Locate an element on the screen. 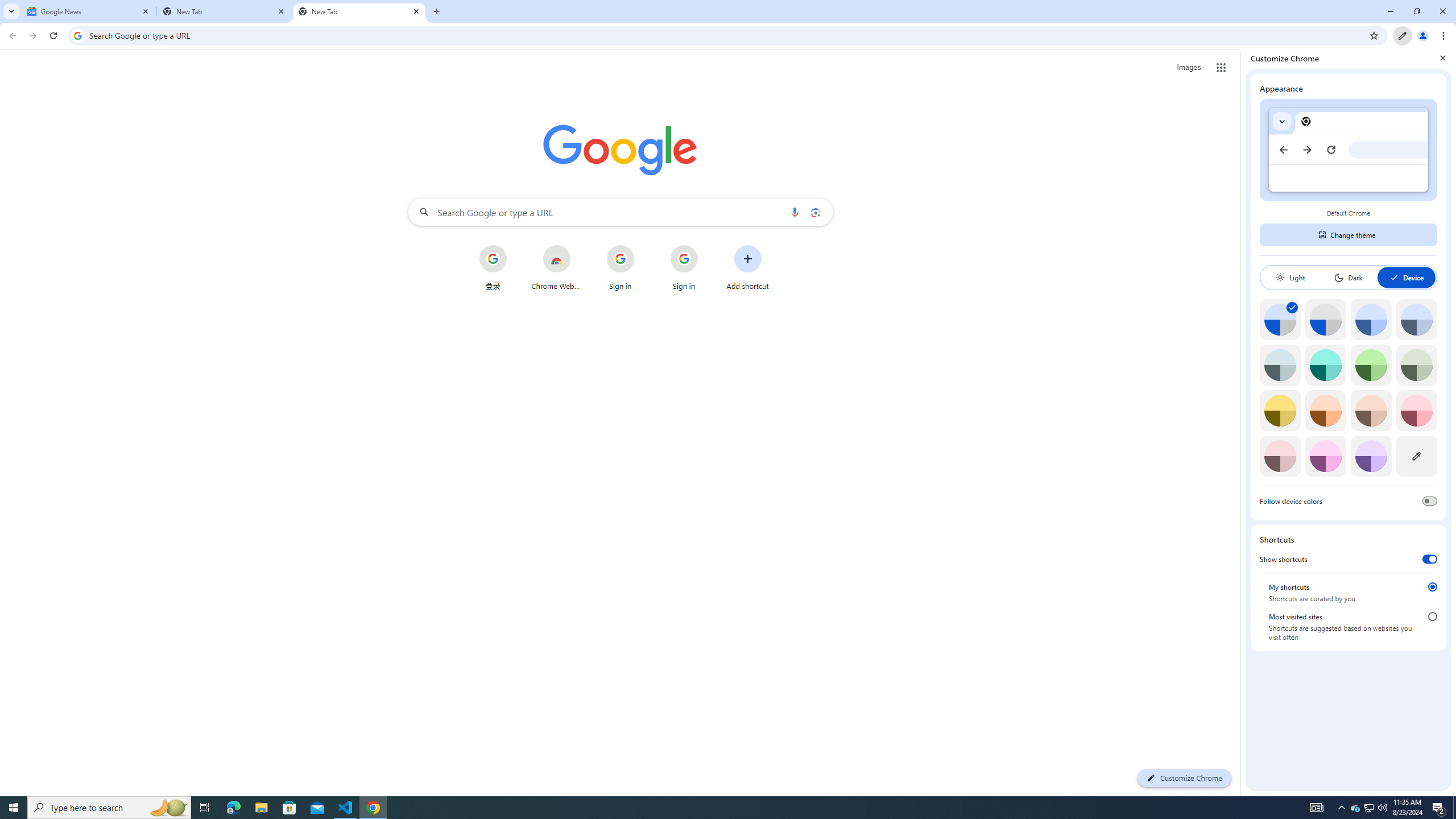 Image resolution: width=1456 pixels, height=819 pixels. 'Change theme' is located at coordinates (1347, 235).